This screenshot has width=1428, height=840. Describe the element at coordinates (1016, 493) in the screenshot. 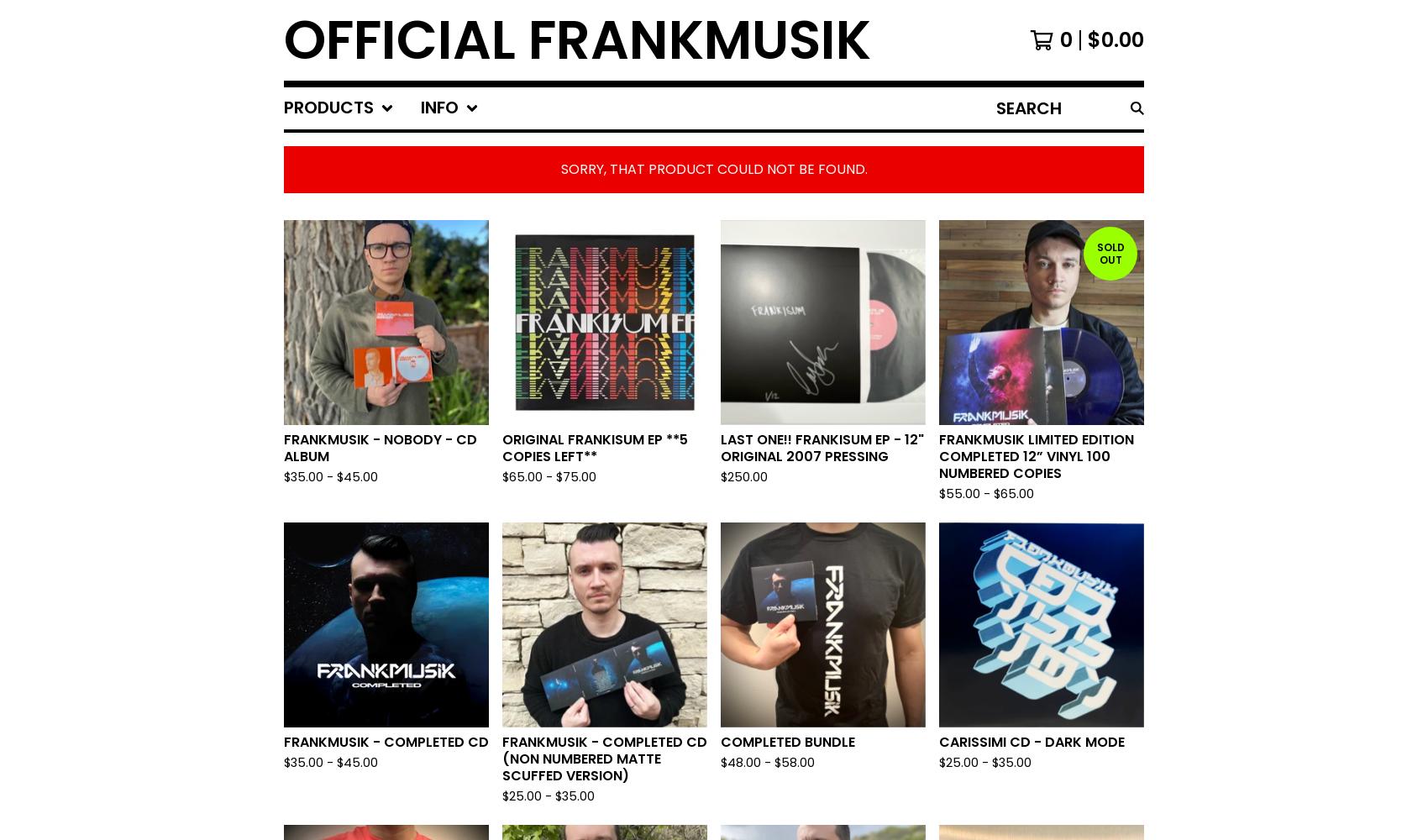

I see `'65.00'` at that location.